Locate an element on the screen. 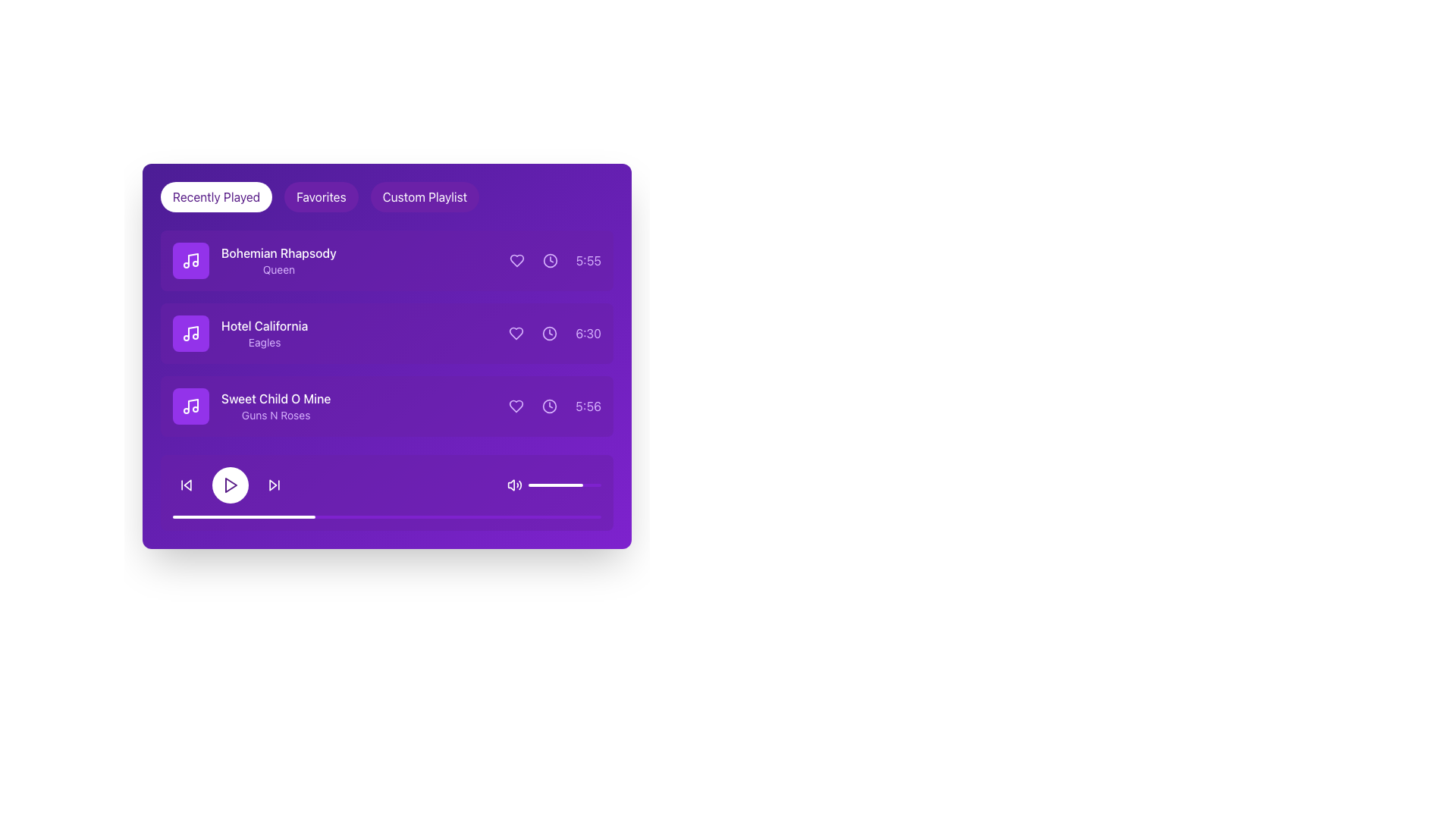  the next track button in the media player control panel is located at coordinates (274, 485).